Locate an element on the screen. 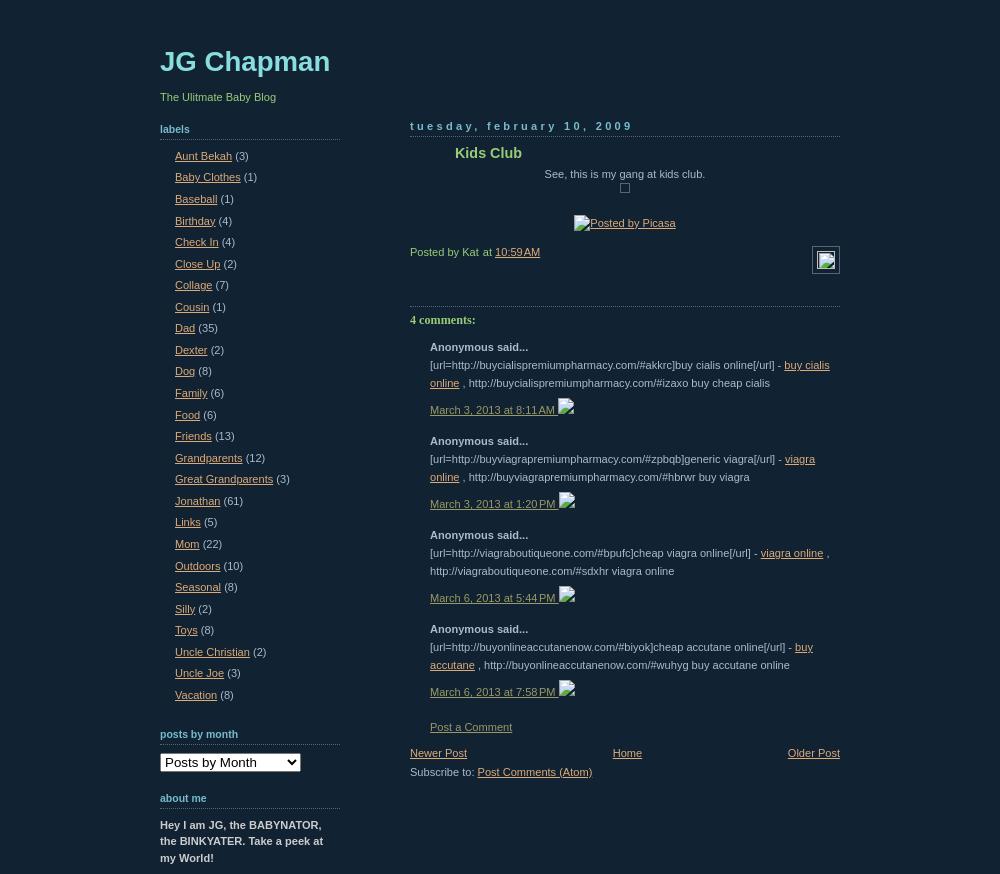  'About me' is located at coordinates (183, 796).